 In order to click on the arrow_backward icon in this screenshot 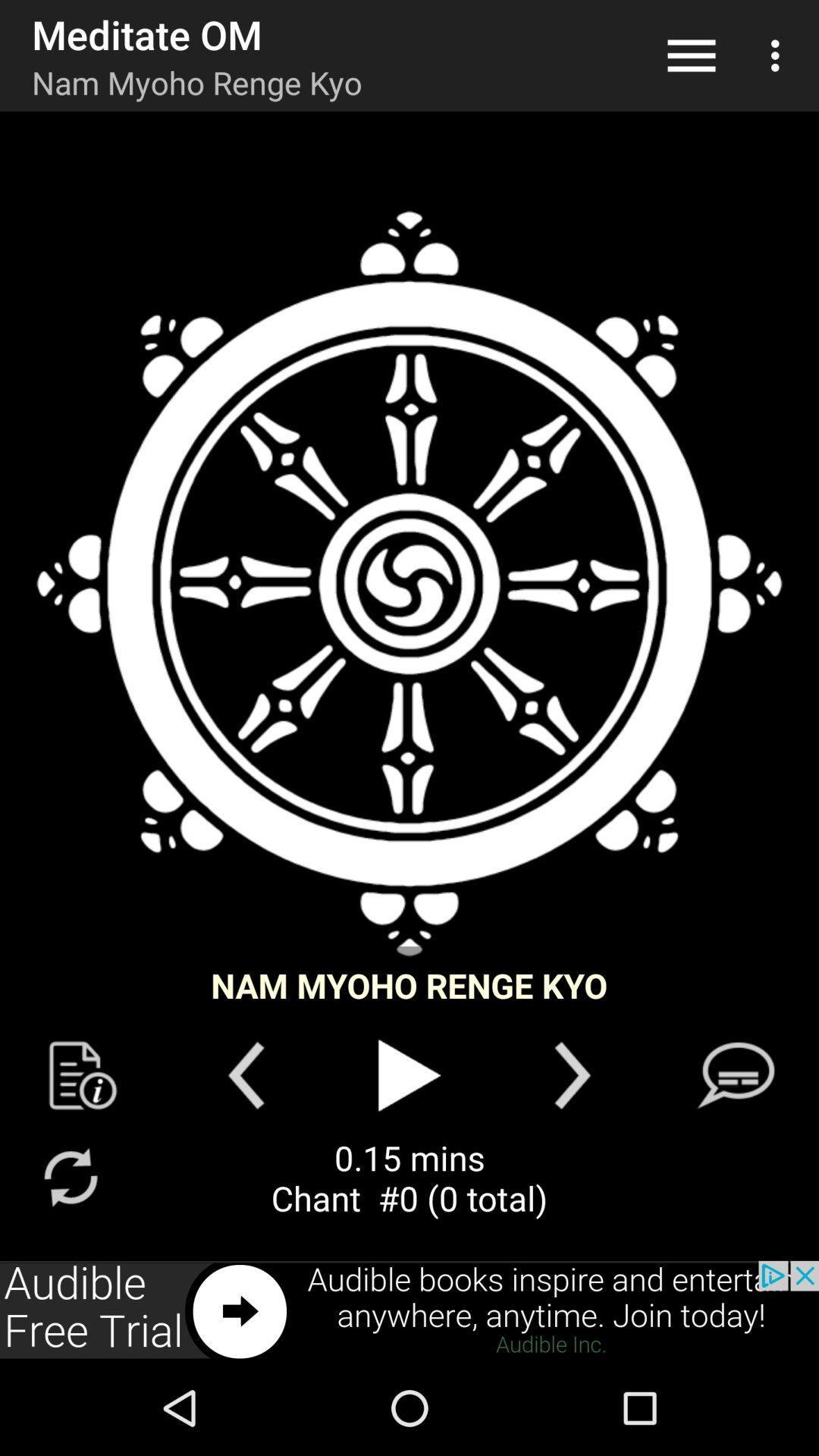, I will do `click(245, 1075)`.